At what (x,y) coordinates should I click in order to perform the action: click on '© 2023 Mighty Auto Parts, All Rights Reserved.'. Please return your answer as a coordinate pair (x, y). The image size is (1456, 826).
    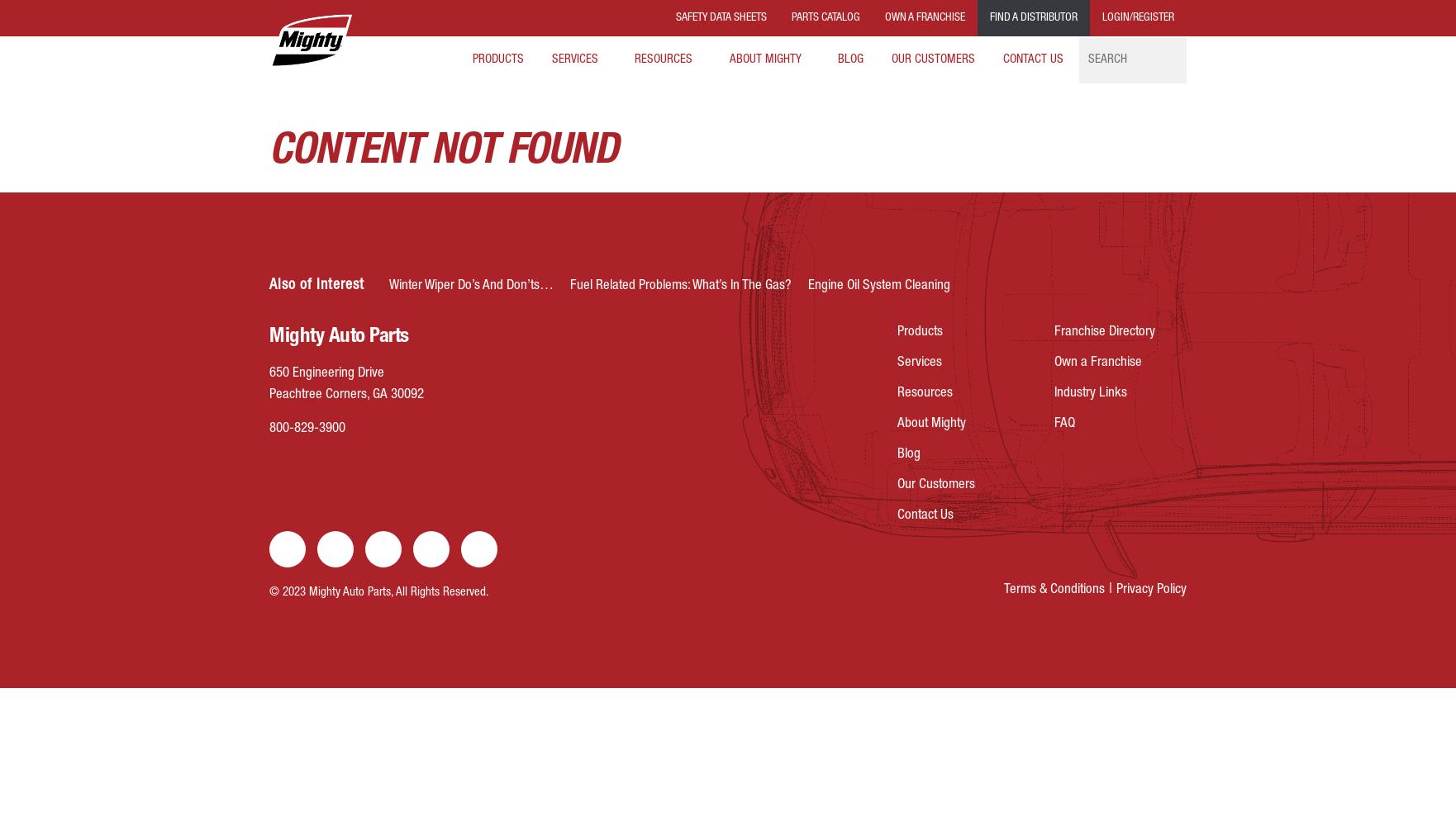
    Looking at the image, I should click on (378, 591).